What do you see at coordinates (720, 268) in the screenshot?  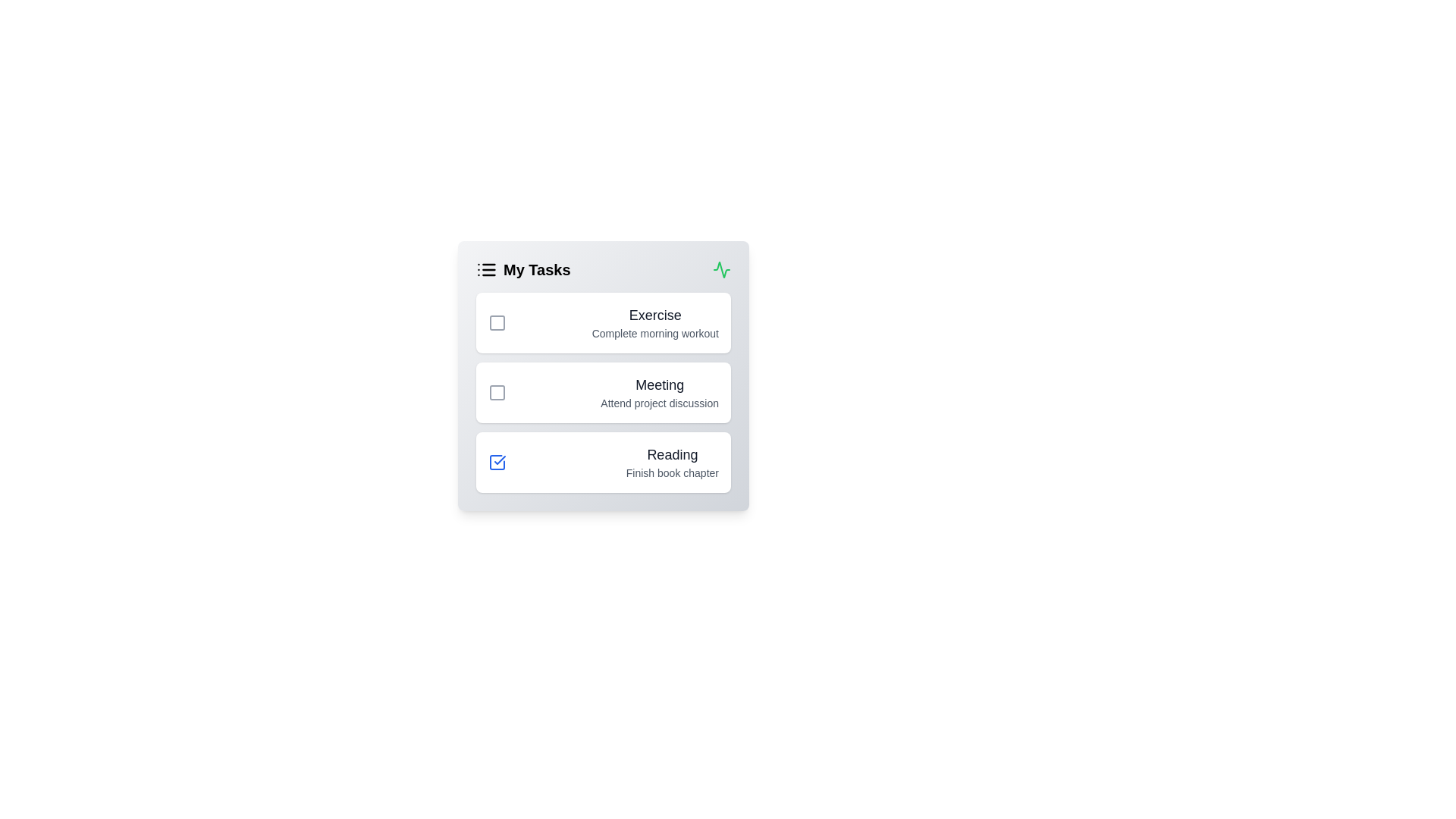 I see `the header icon activity` at bounding box center [720, 268].